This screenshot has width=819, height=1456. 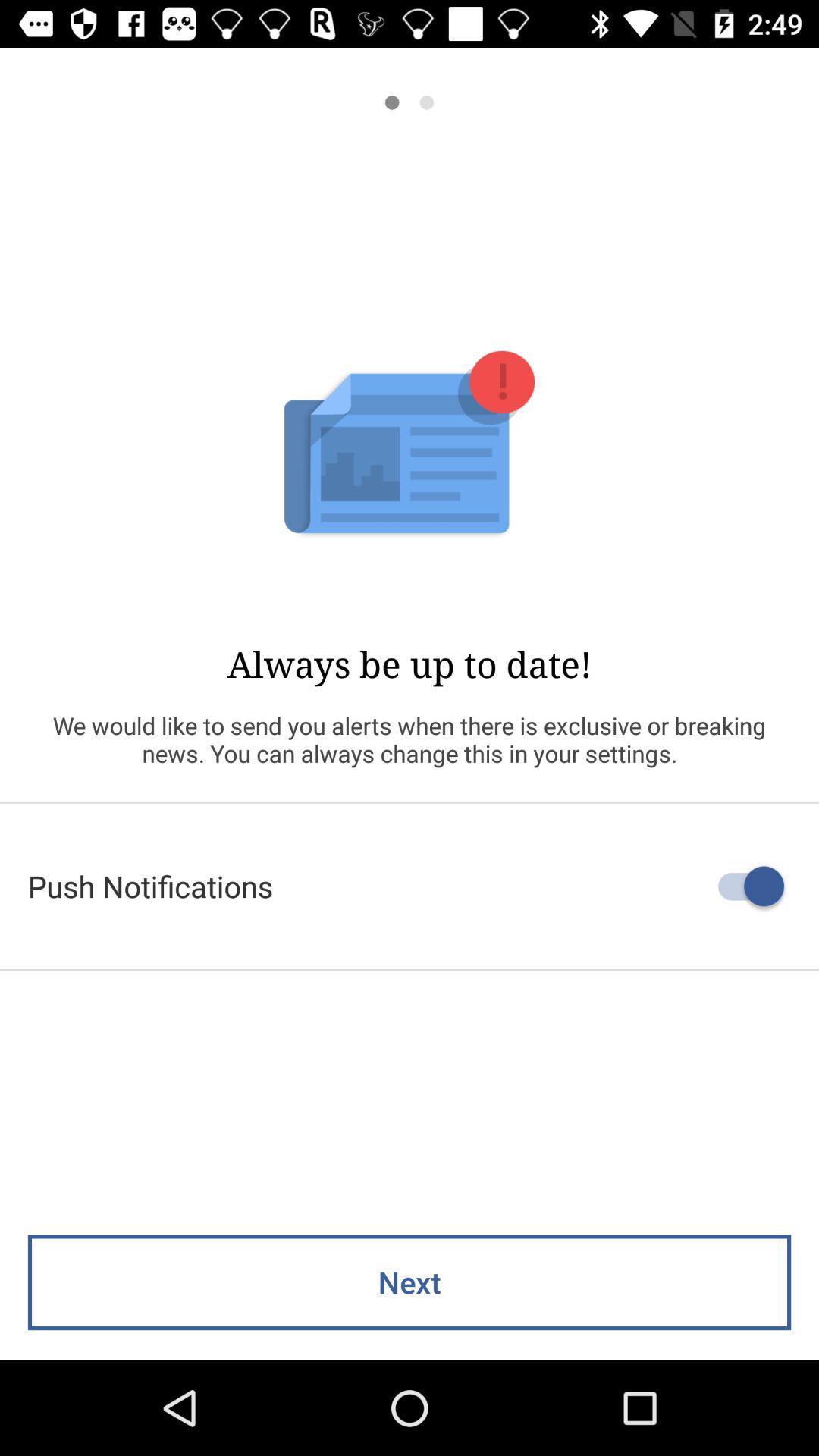 I want to click on push notifications icon, so click(x=409, y=886).